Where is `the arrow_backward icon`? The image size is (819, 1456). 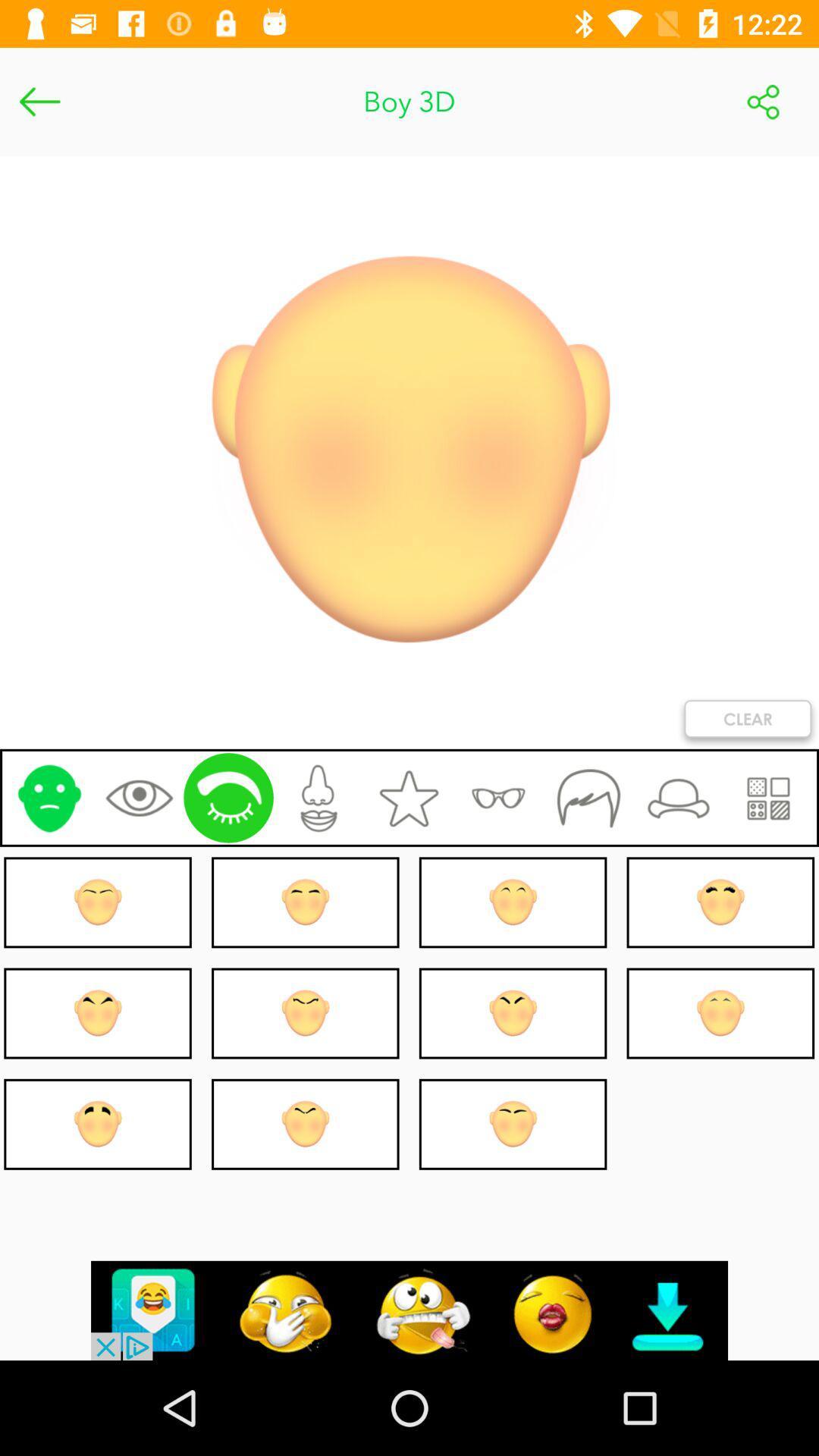 the arrow_backward icon is located at coordinates (39, 101).